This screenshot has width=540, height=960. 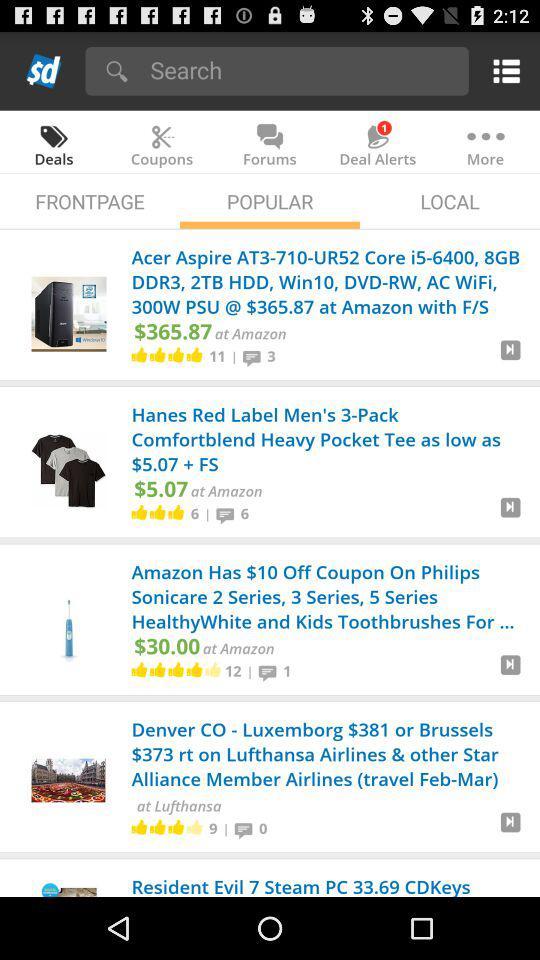 I want to click on next page, so click(x=510, y=357).